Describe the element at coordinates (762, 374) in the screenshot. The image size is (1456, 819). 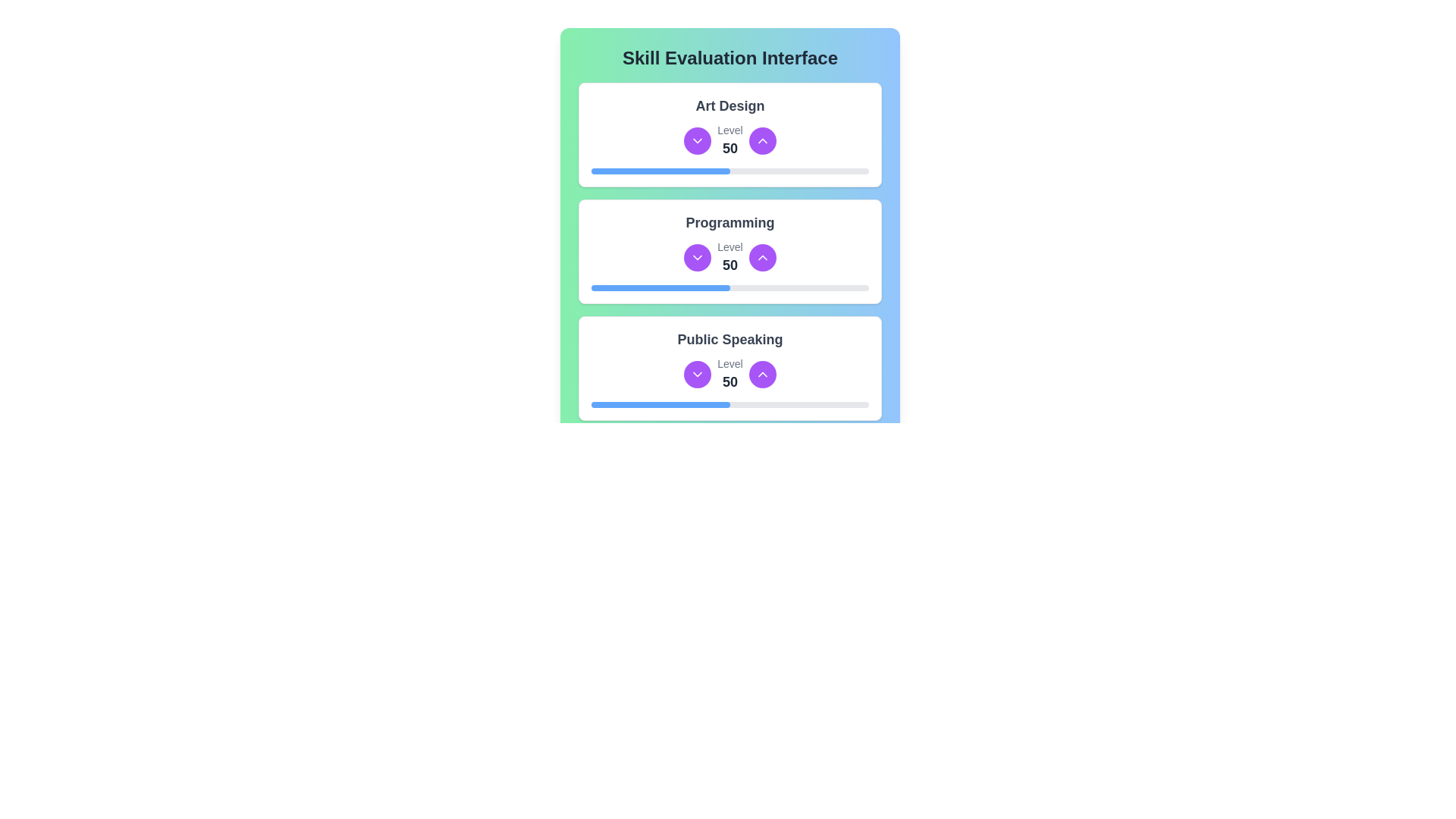
I see `the button that increases the numerical skill level in the 'Public Speaking' skill section, located to the right of the 'Level 50' text` at that location.